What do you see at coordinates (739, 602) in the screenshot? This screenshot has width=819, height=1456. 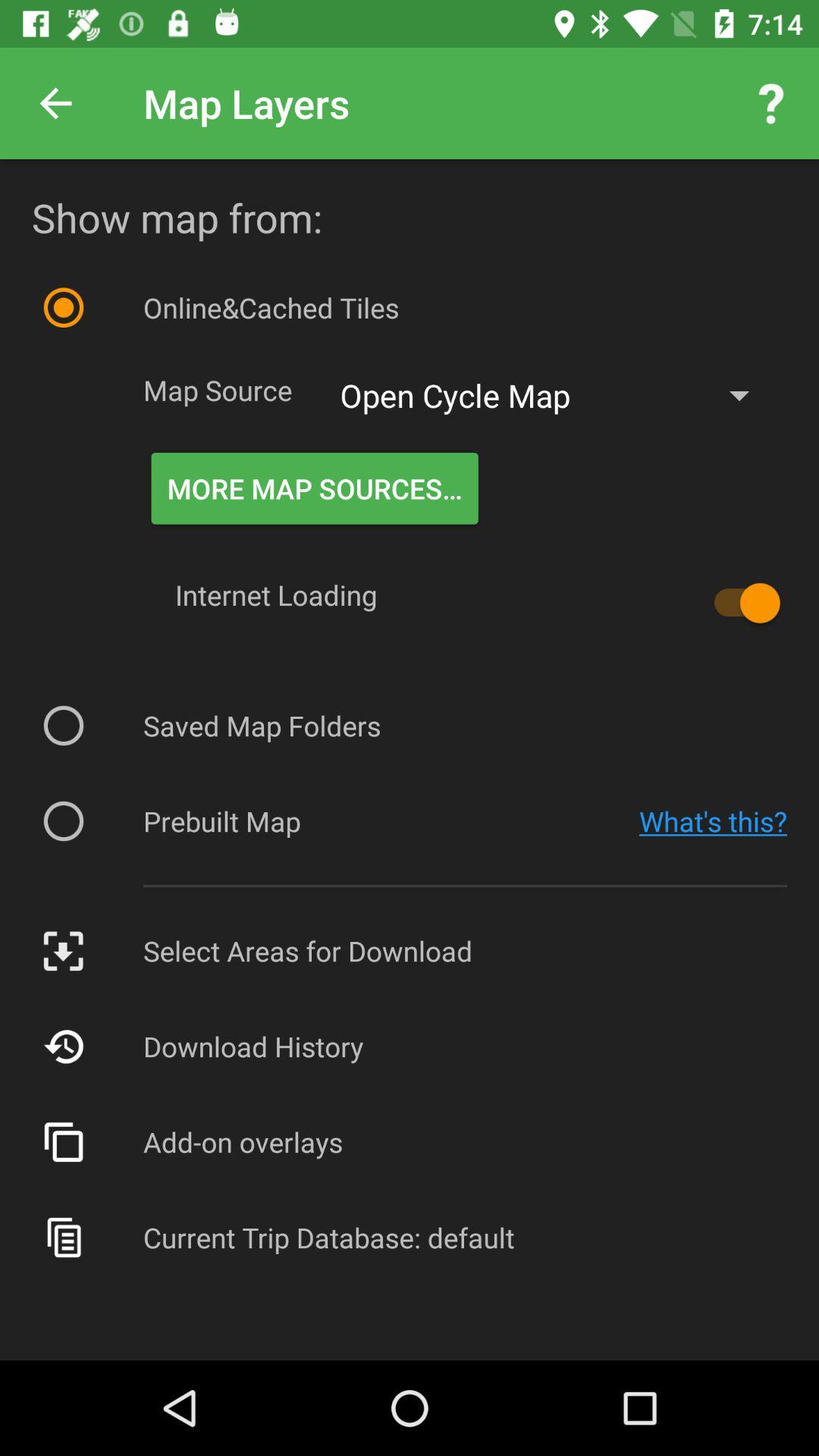 I see `the item above what's this? item` at bounding box center [739, 602].